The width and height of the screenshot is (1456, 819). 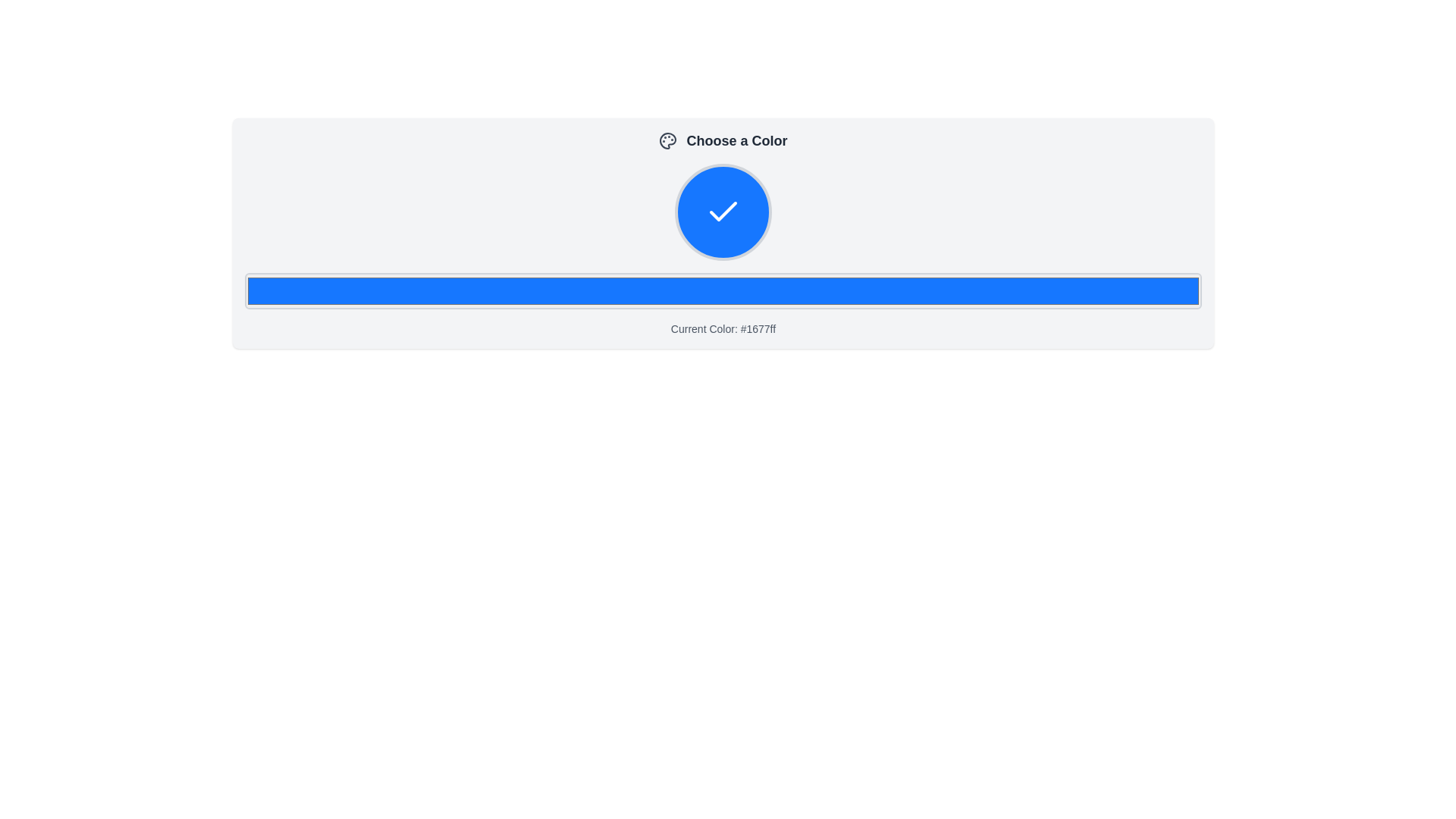 I want to click on the circular button with a bright blue background and a white check mark in its center, located below the 'Choose a Color' label, so click(x=723, y=212).